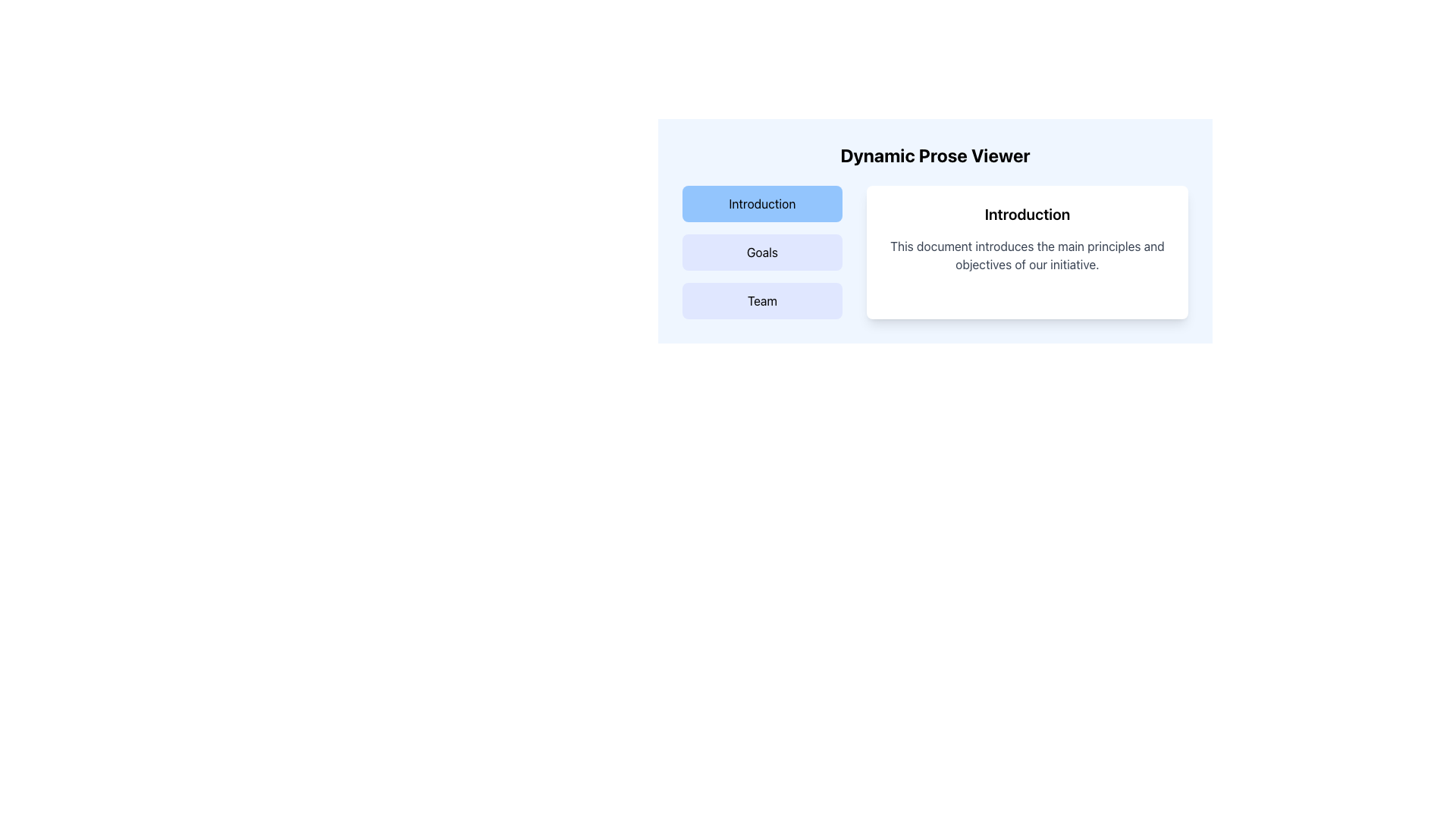  I want to click on the 'Introduction' button located at the top left of the vertical list of three buttons, so click(762, 203).